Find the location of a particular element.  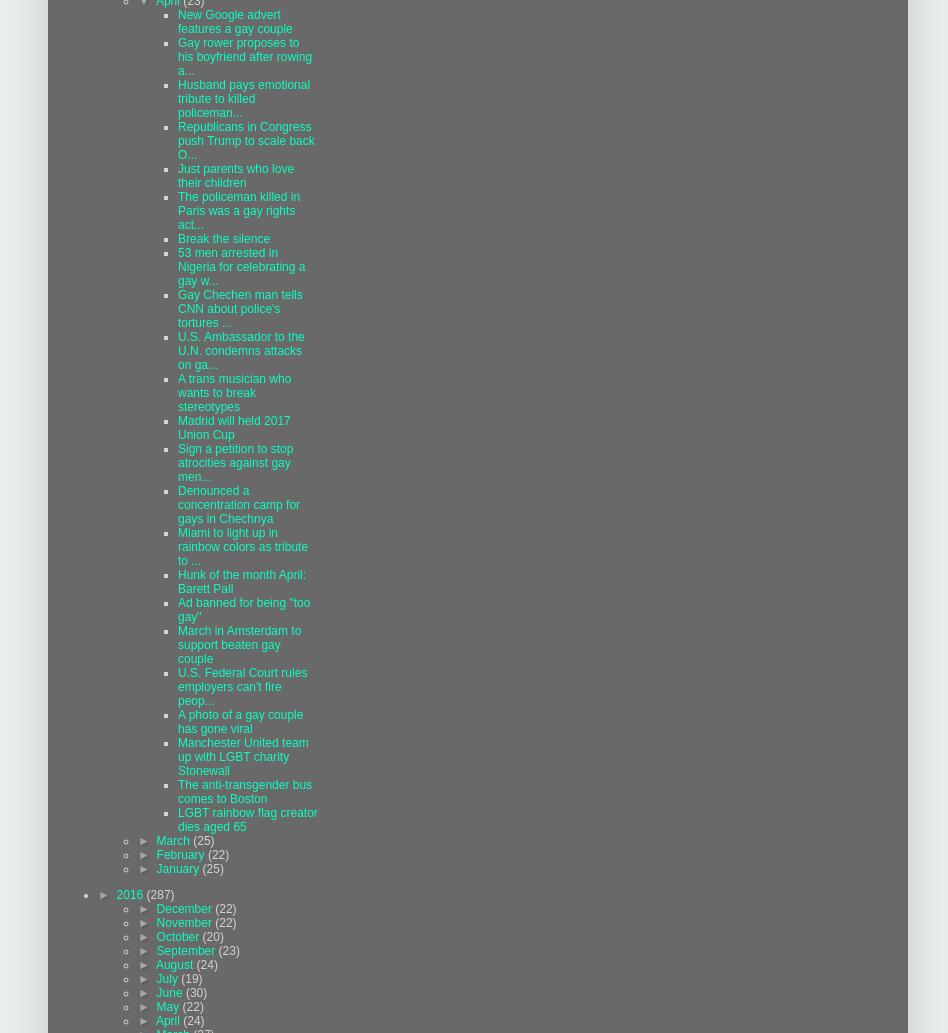

'U.S. Ambassador to the U.N. condemns attacks on ga...' is located at coordinates (177, 351).